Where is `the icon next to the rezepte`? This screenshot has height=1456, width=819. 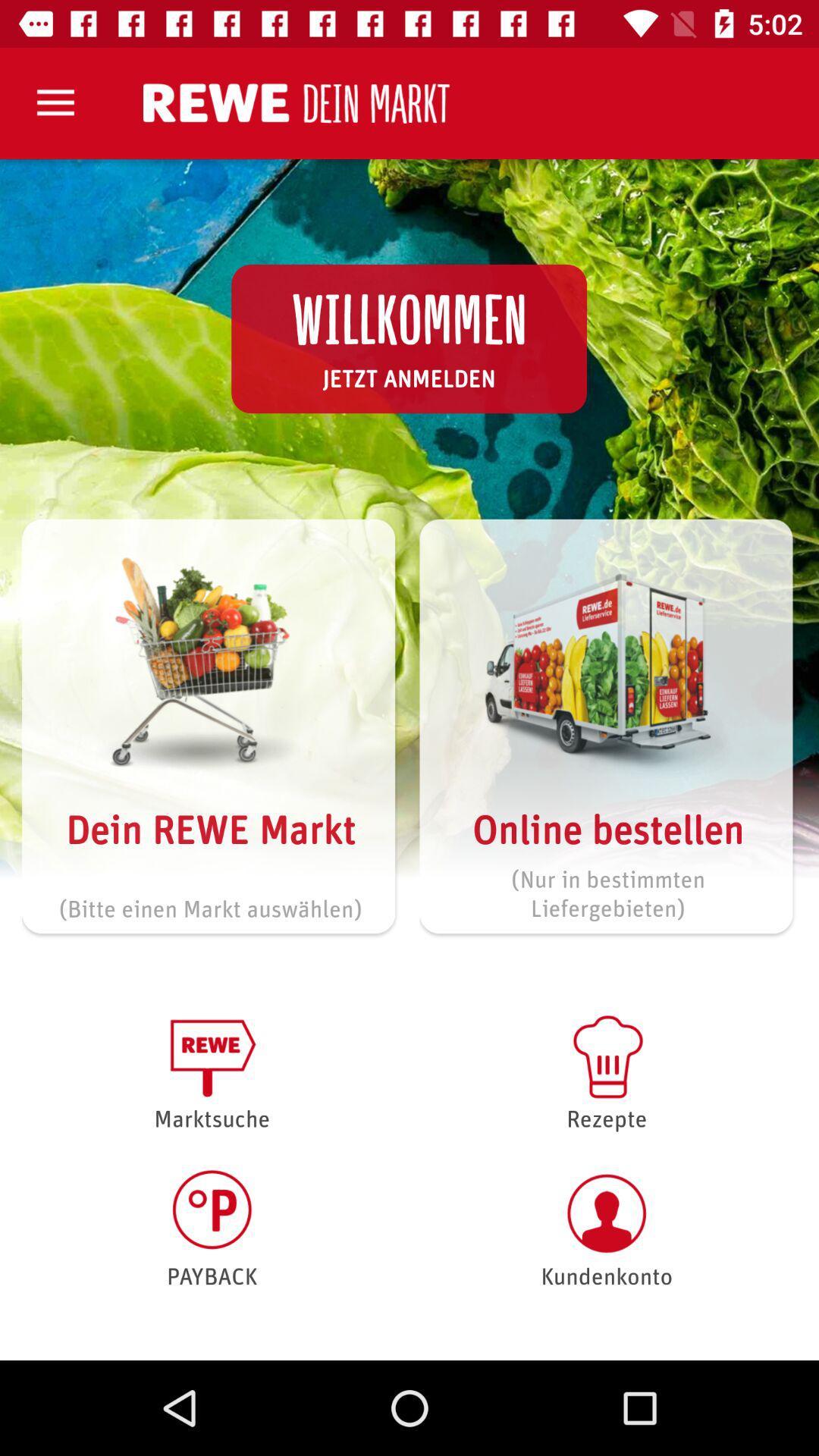
the icon next to the rezepte is located at coordinates (212, 1228).